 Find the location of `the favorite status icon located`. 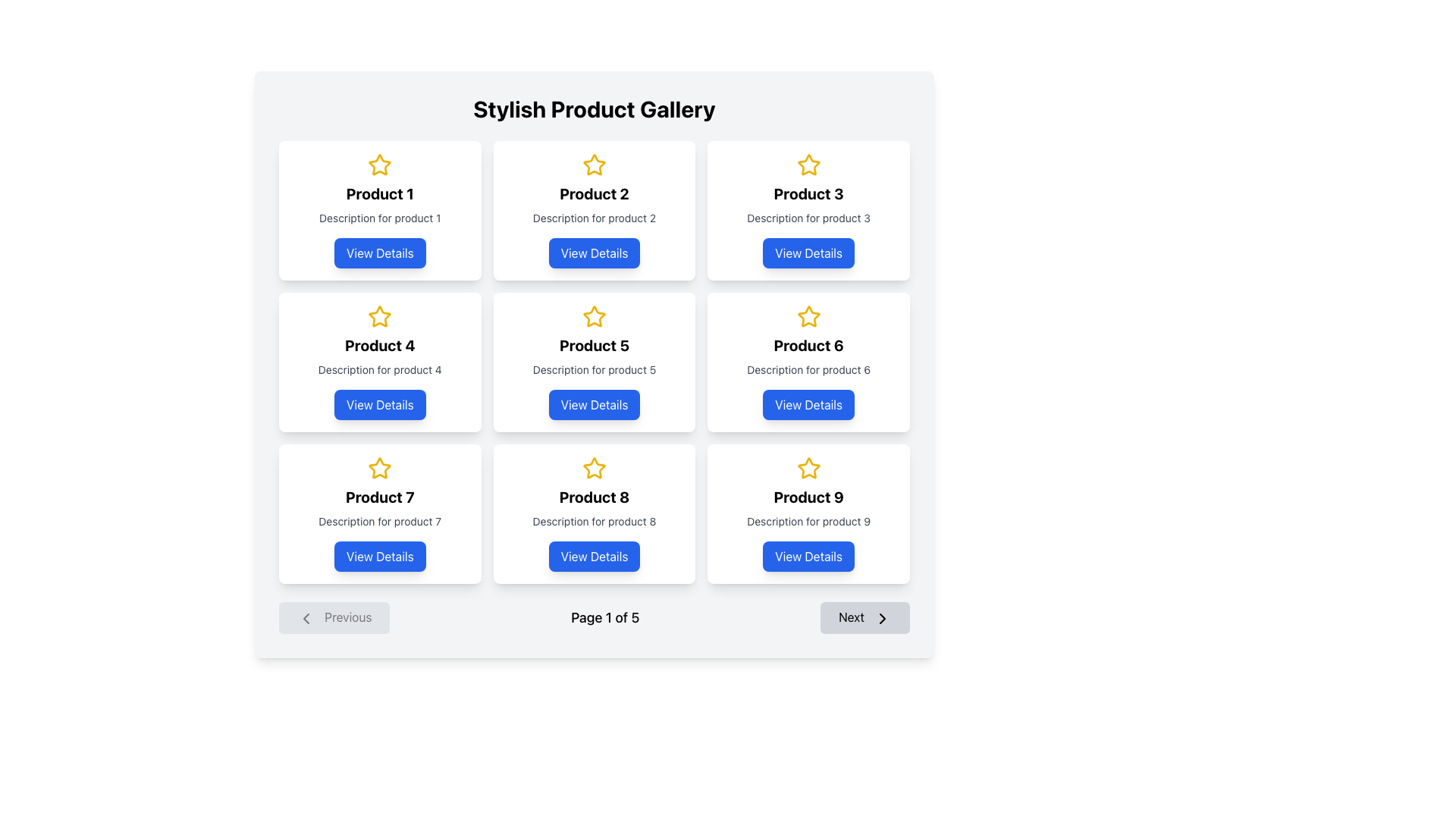

the favorite status icon located is located at coordinates (593, 467).